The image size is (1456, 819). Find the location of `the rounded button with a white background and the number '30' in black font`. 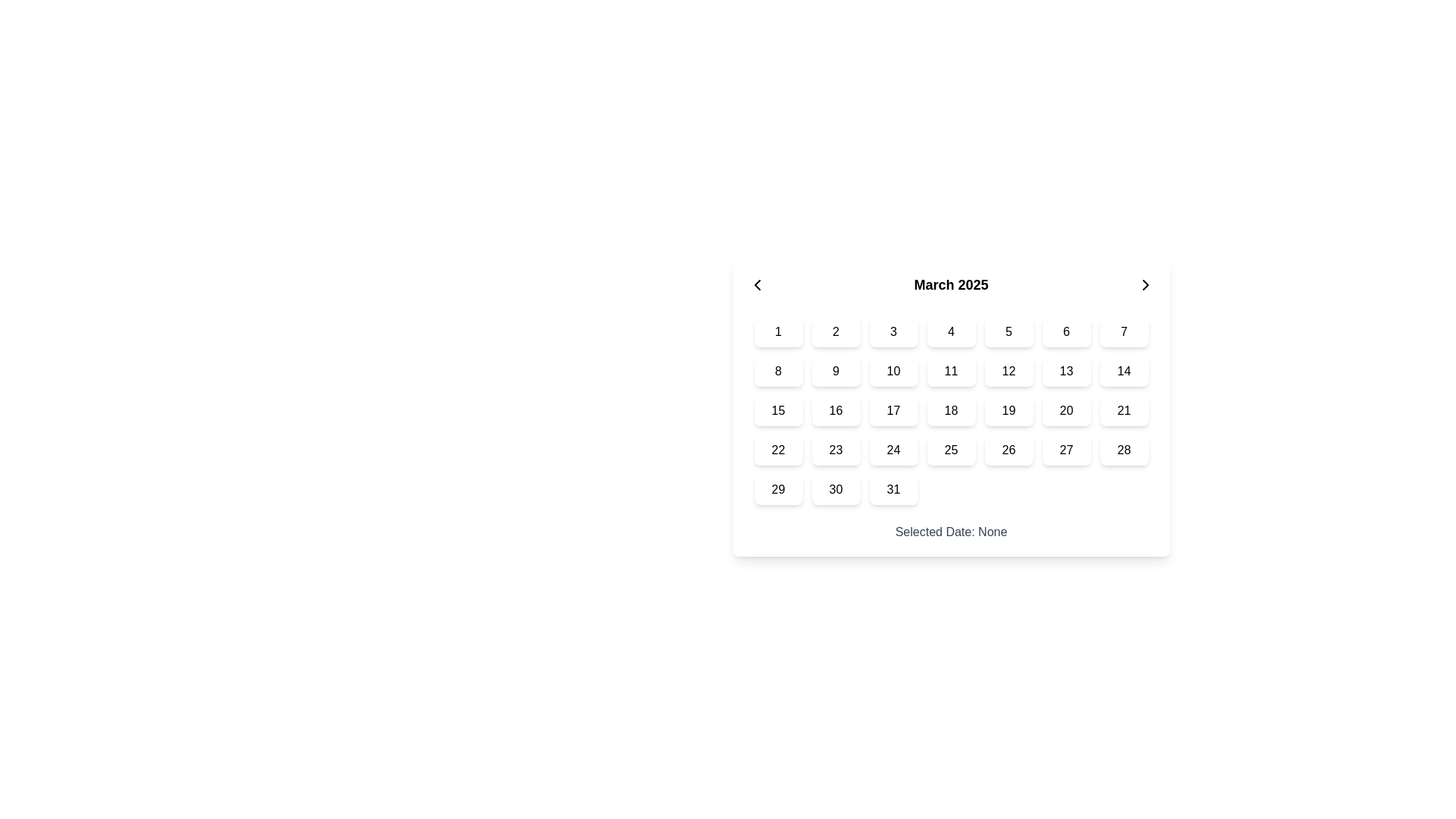

the rounded button with a white background and the number '30' in black font is located at coordinates (835, 489).